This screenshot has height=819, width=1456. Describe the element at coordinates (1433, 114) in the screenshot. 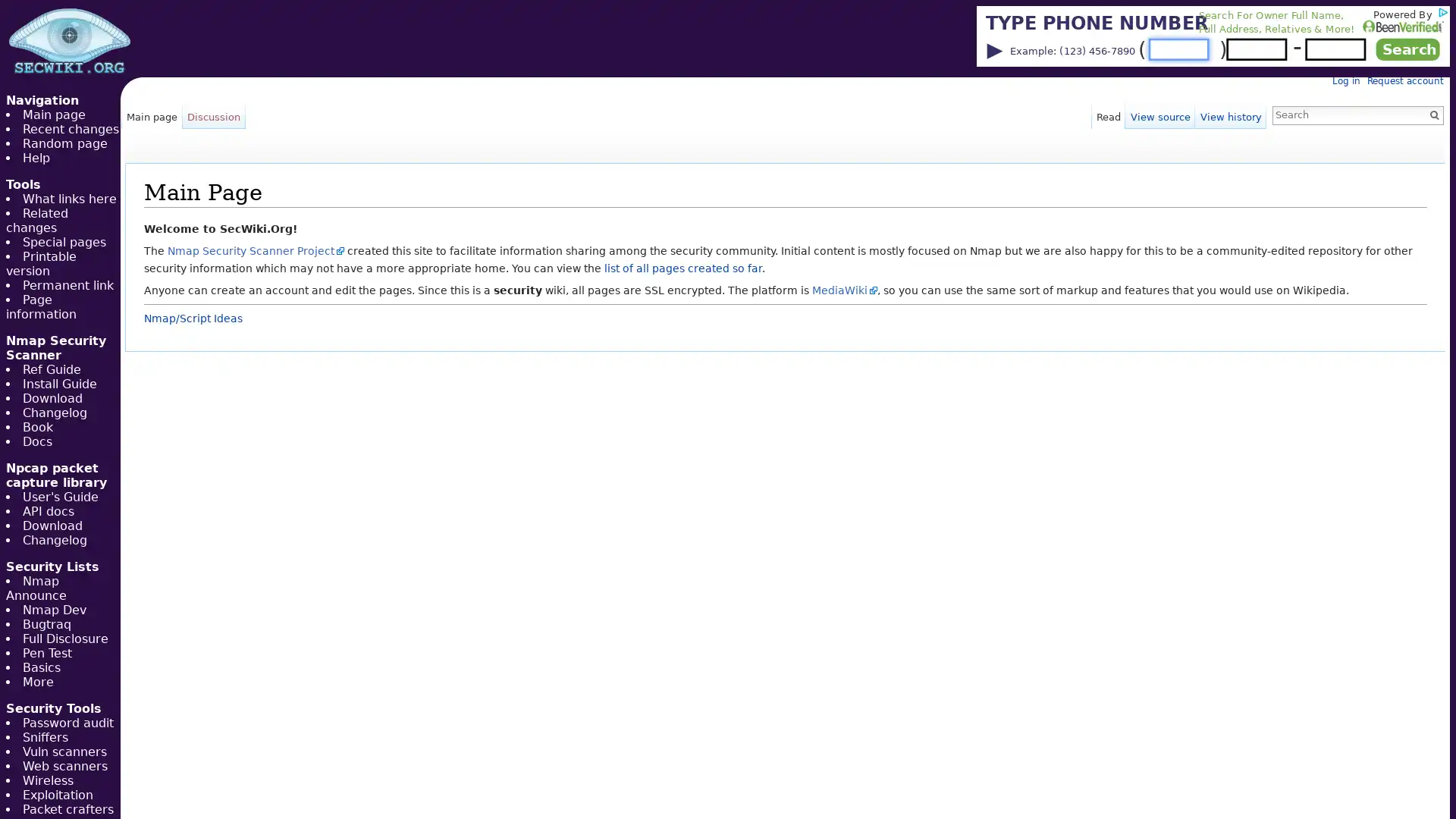

I see `Go` at that location.